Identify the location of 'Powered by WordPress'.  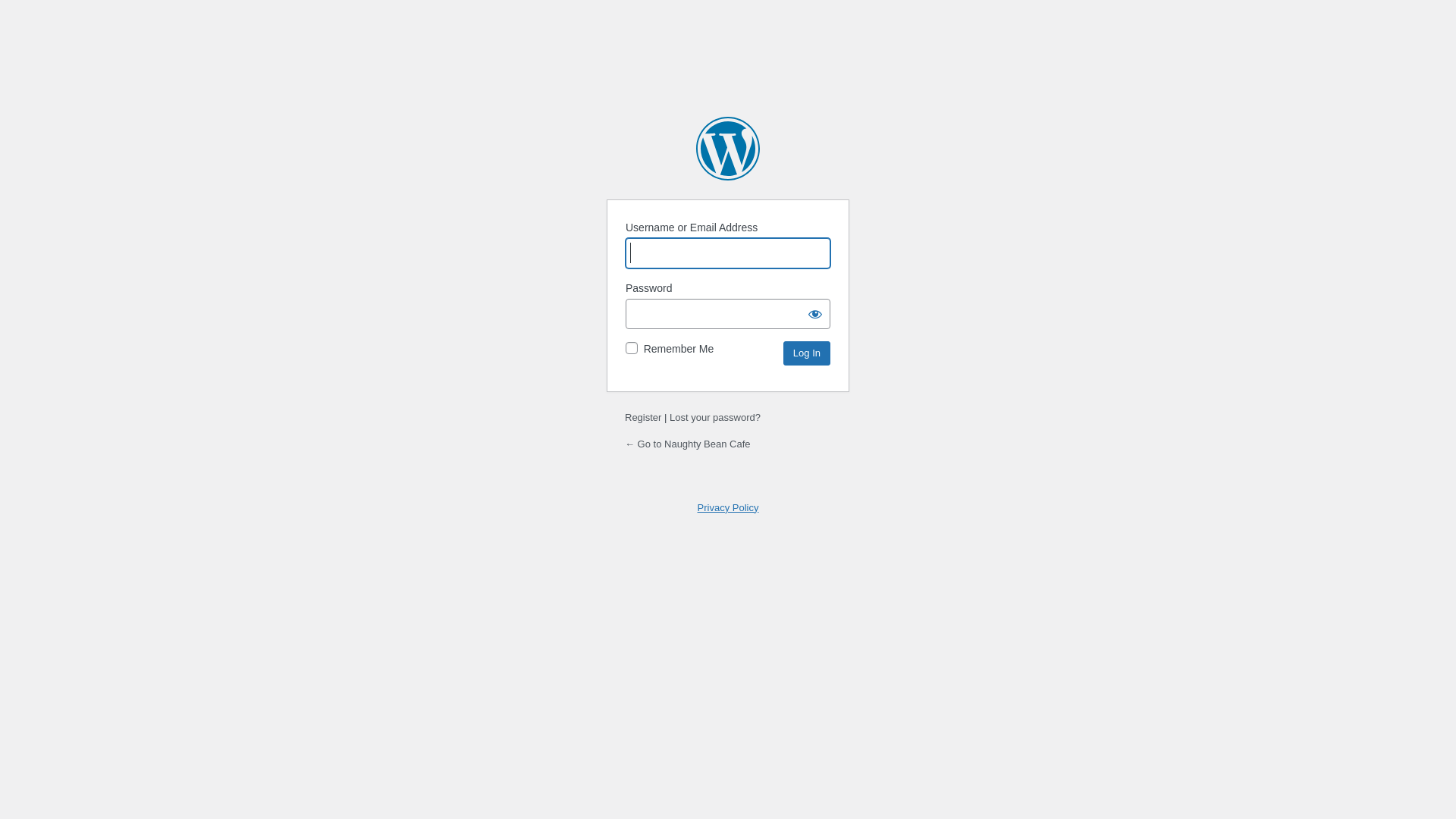
(728, 149).